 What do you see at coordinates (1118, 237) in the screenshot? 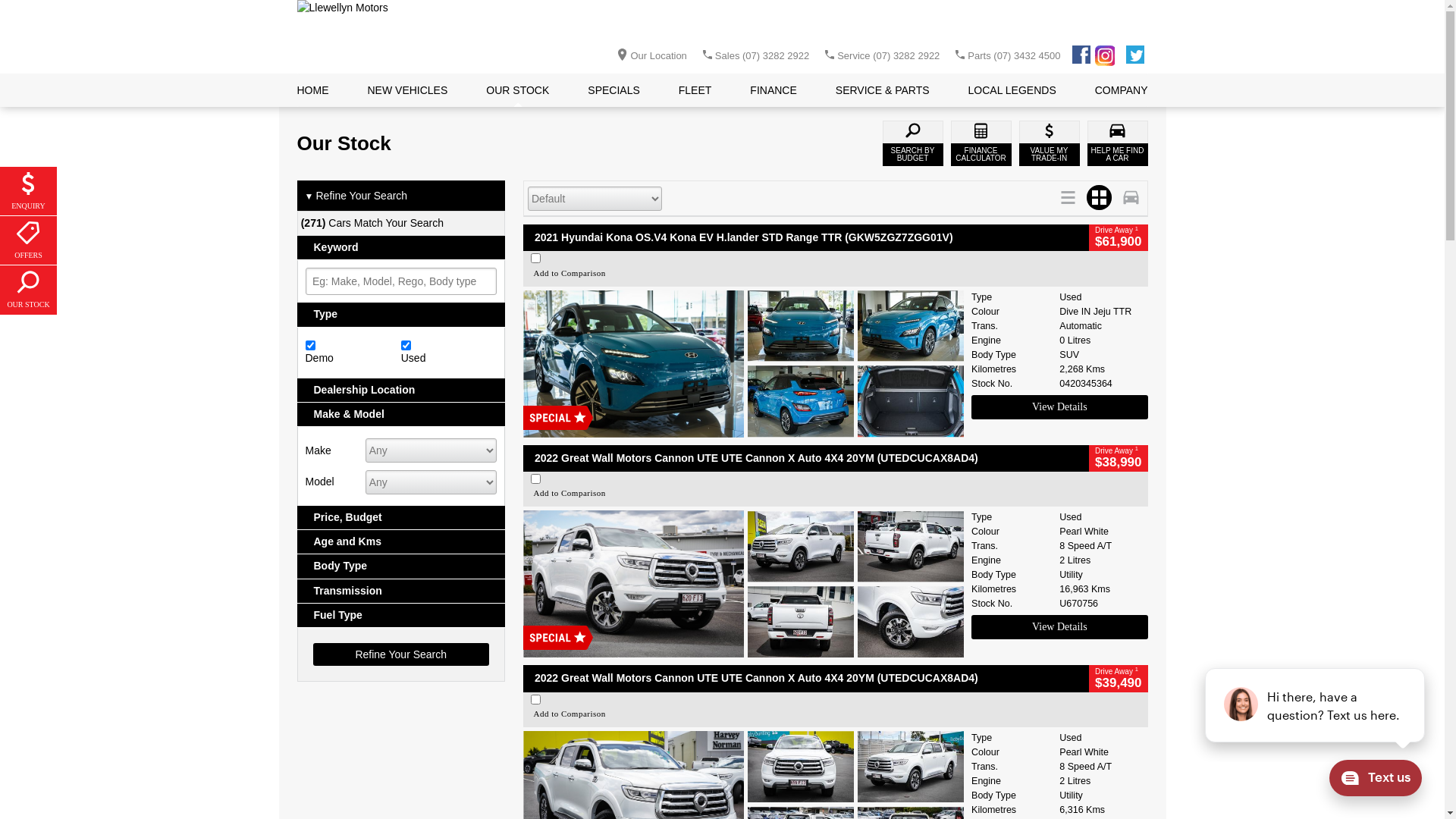
I see `'Drive Away 1` at bounding box center [1118, 237].